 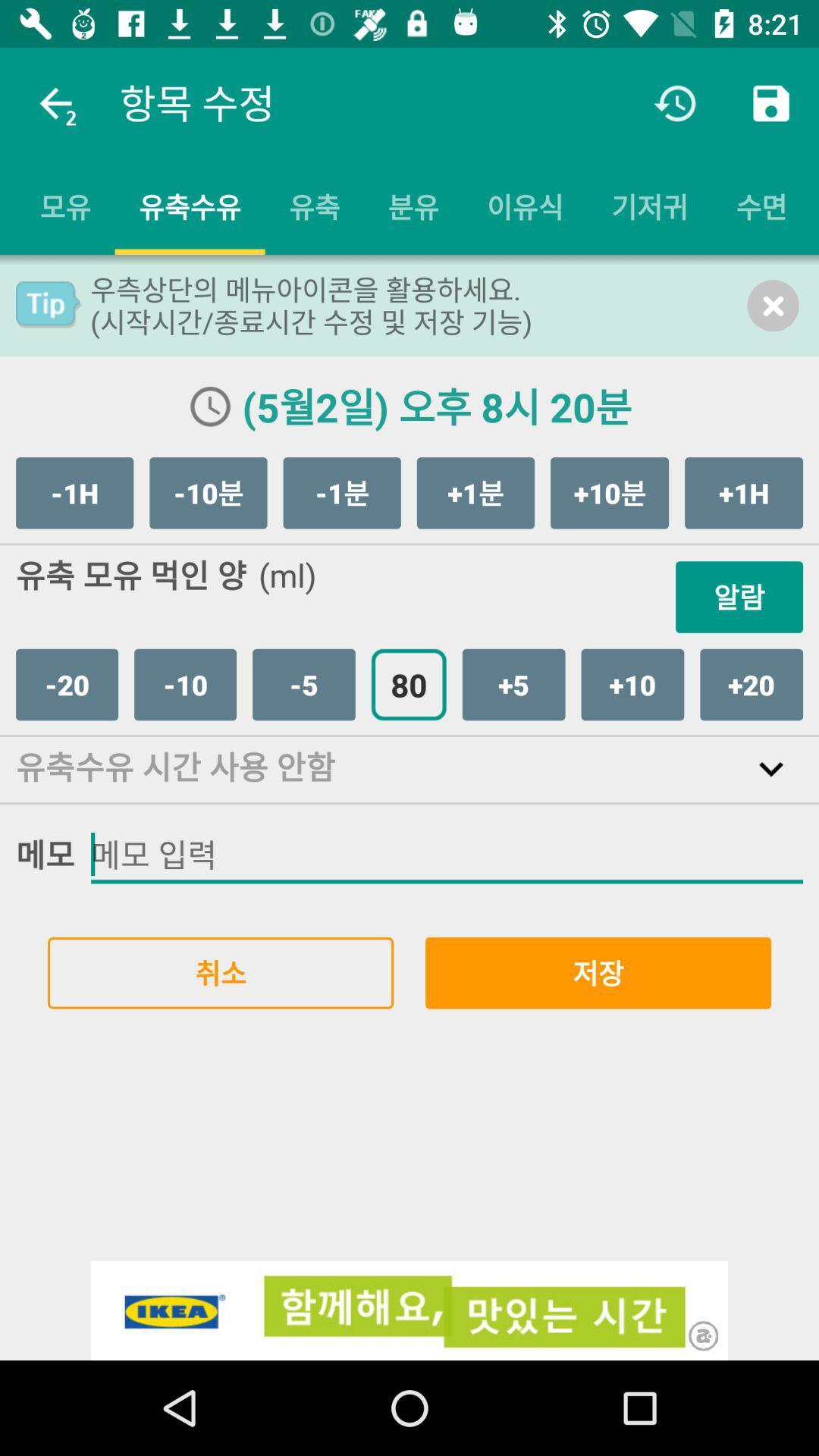 I want to click on icon next to (ml) icon, so click(x=739, y=596).